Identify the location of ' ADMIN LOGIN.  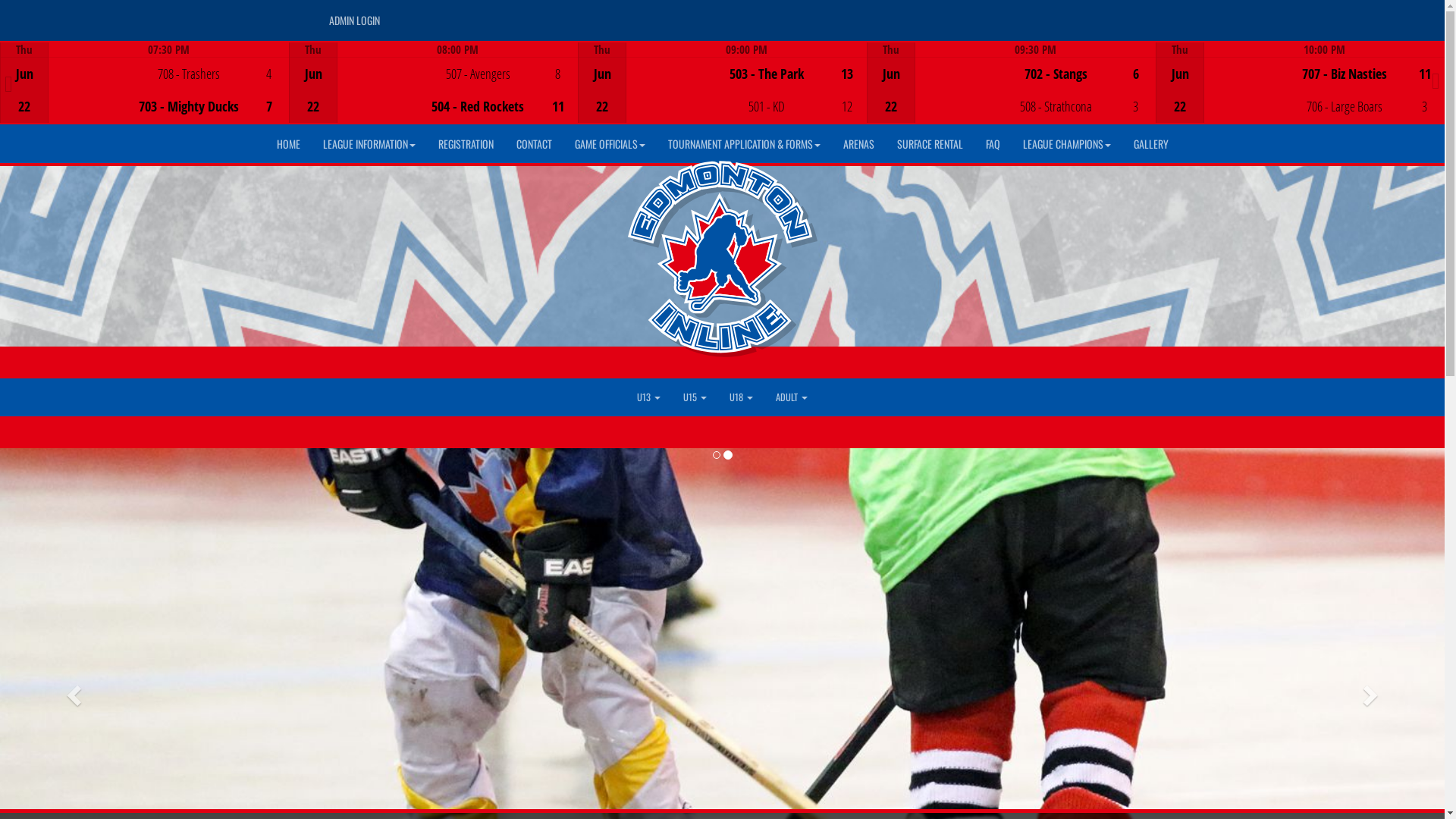
(352, 20).